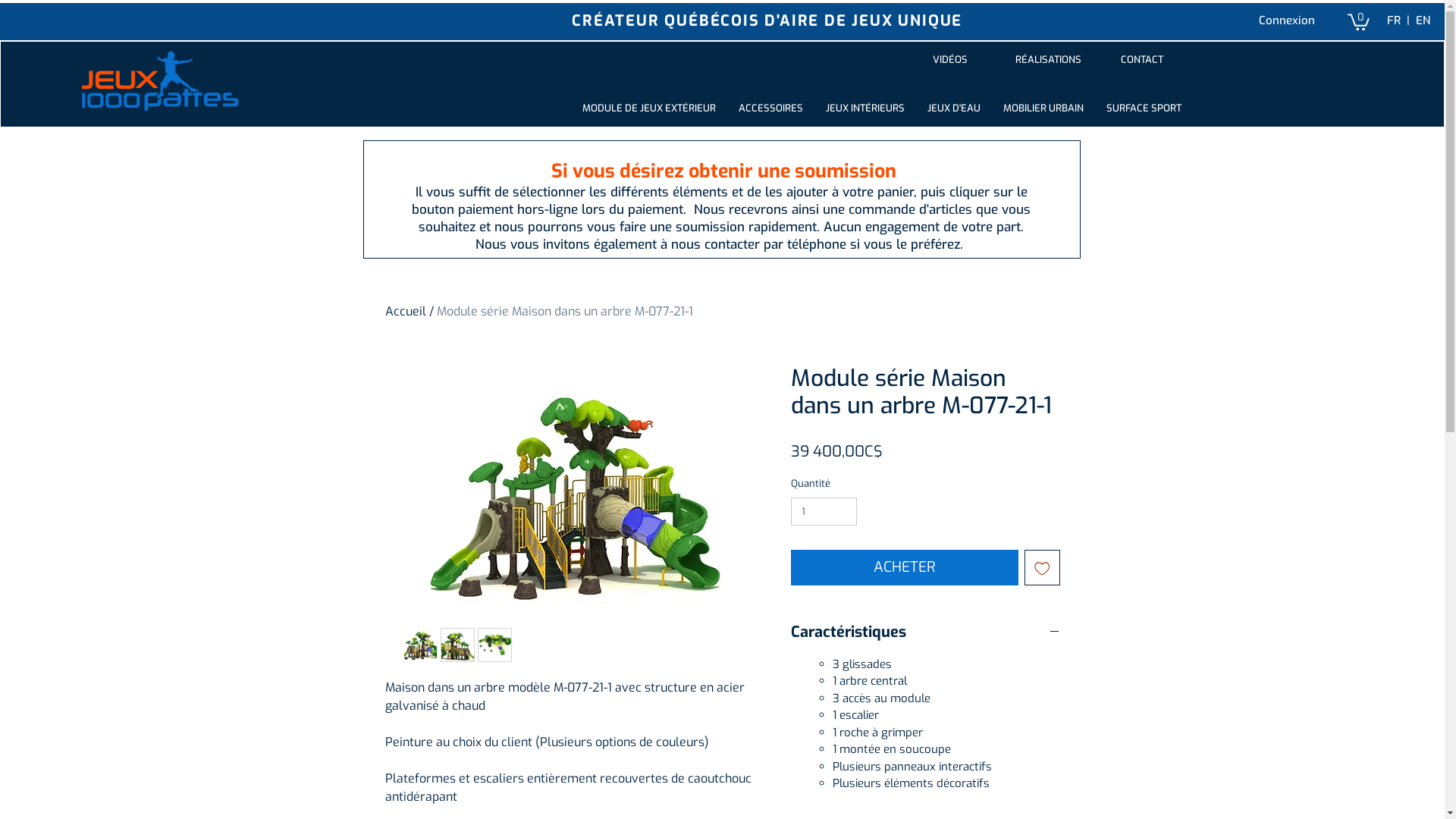 The height and width of the screenshot is (819, 1456). Describe the element at coordinates (770, 107) in the screenshot. I see `'ACCESSOIRES'` at that location.